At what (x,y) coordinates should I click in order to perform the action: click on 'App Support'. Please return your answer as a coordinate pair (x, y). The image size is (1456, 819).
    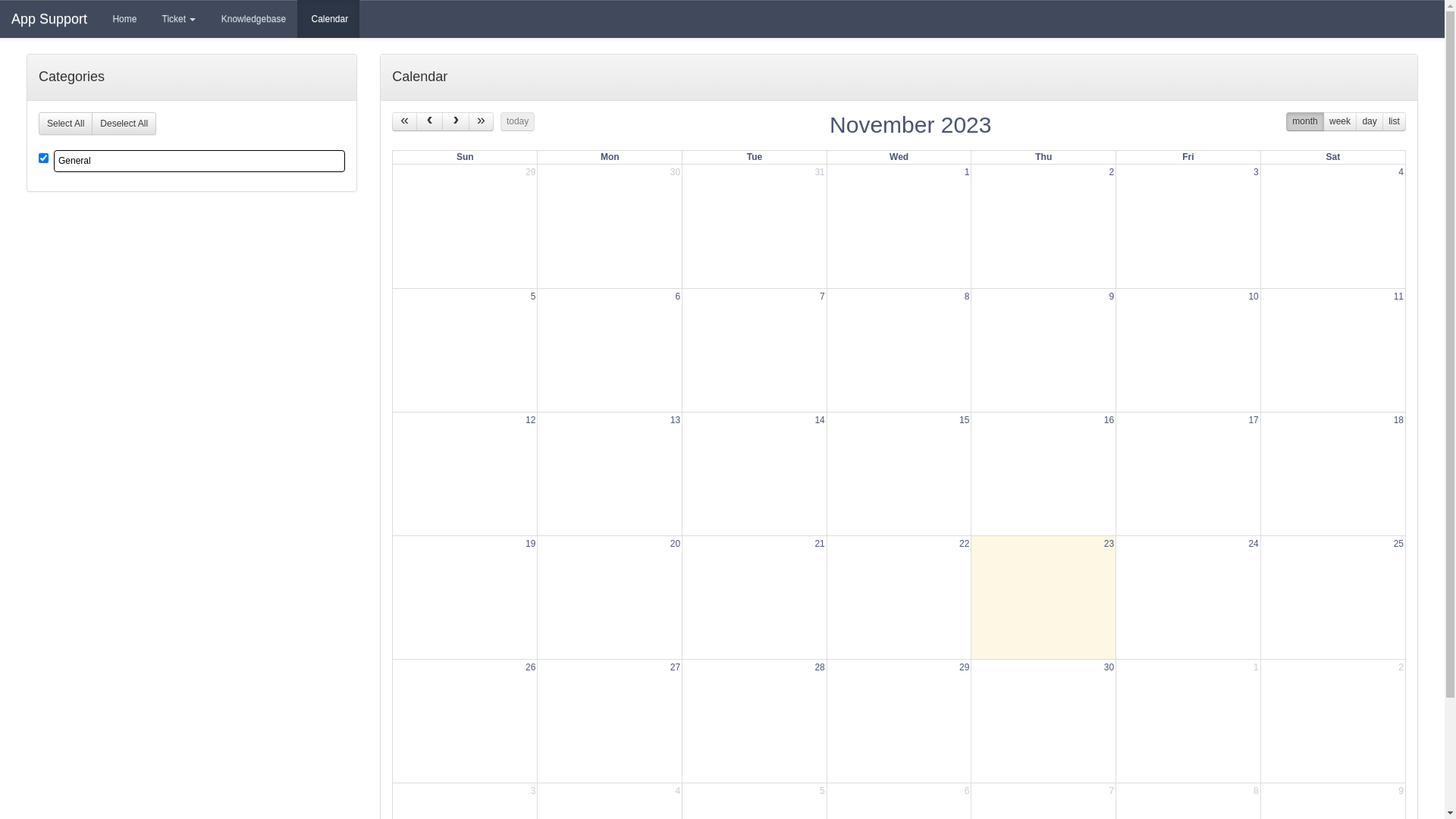
    Looking at the image, I should click on (49, 18).